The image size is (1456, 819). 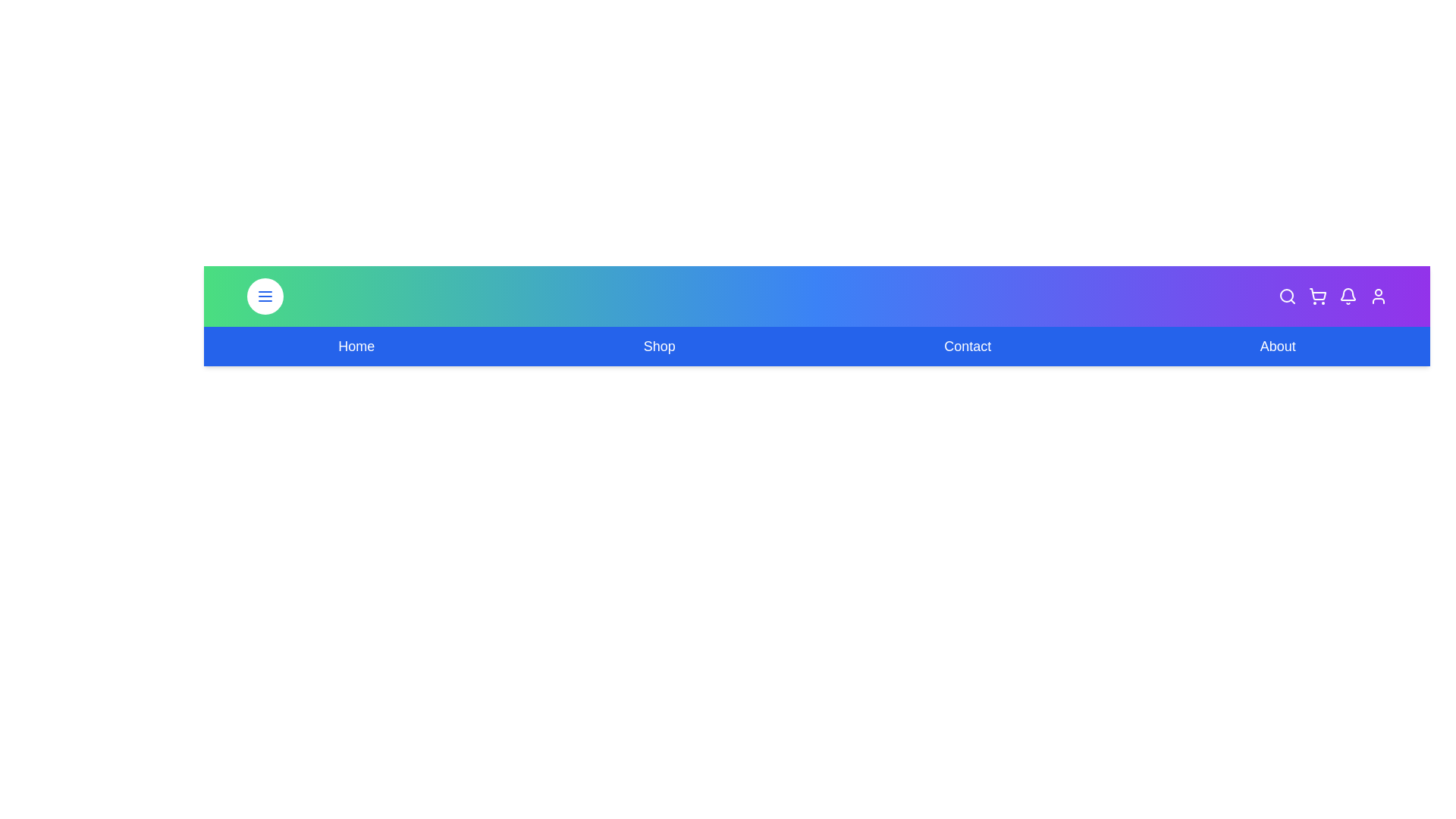 I want to click on the navigation link for Contact, so click(x=967, y=346).